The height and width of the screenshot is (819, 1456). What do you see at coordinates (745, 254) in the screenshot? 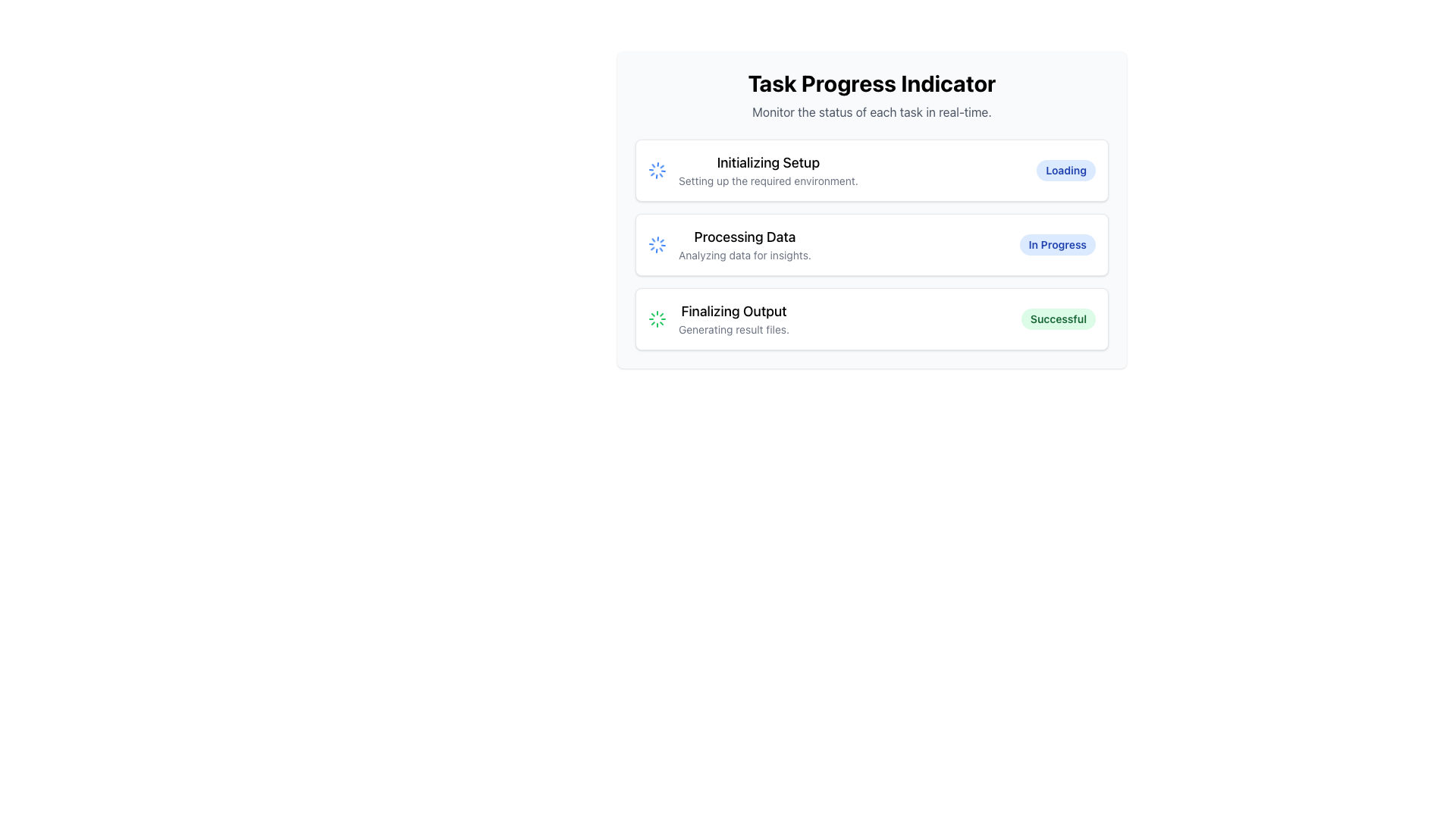
I see `the text label reading 'Analyzing data for insights.' located beneath the 'Processing Data' title in the task progress list` at bounding box center [745, 254].